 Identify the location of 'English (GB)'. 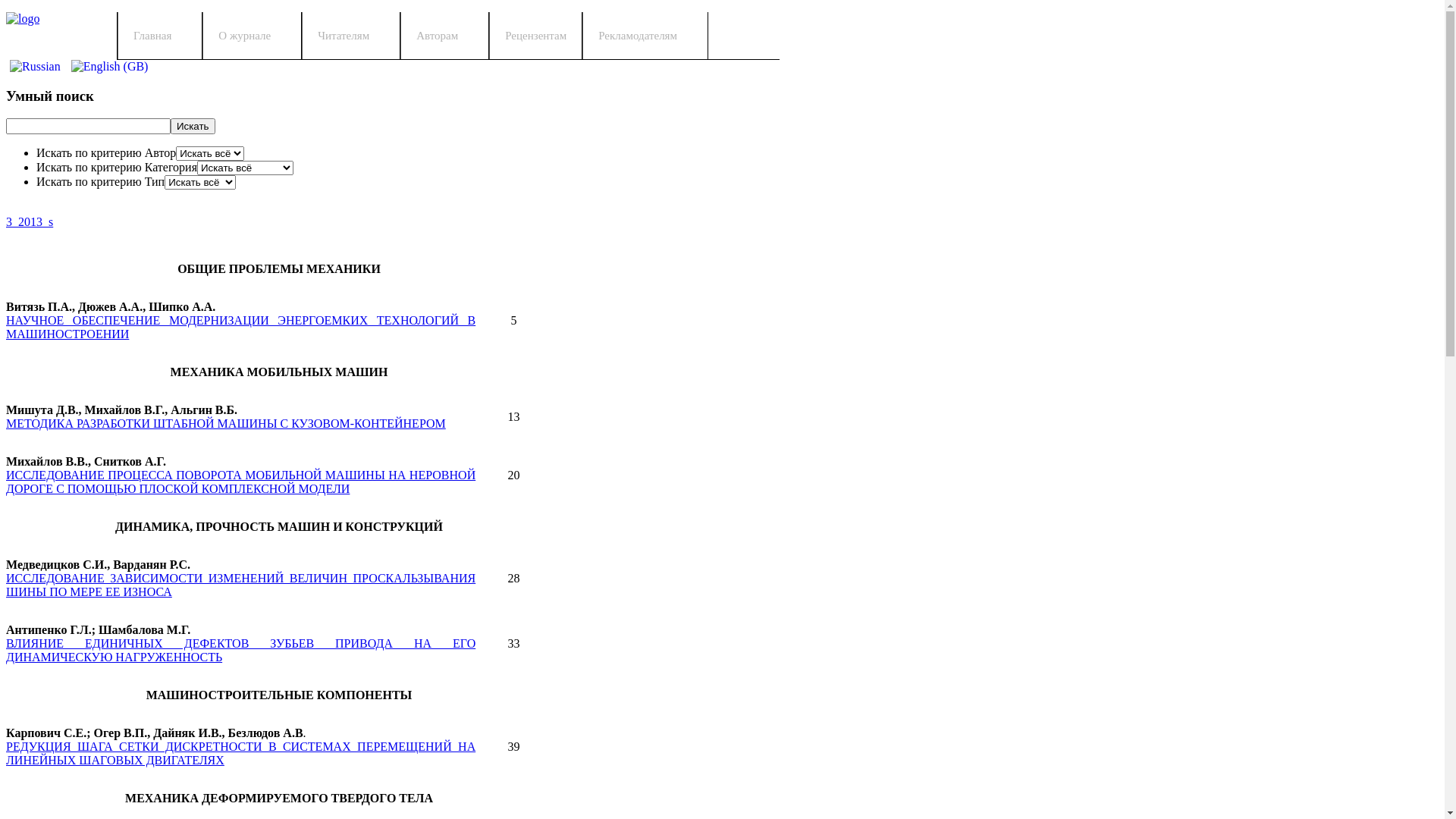
(108, 66).